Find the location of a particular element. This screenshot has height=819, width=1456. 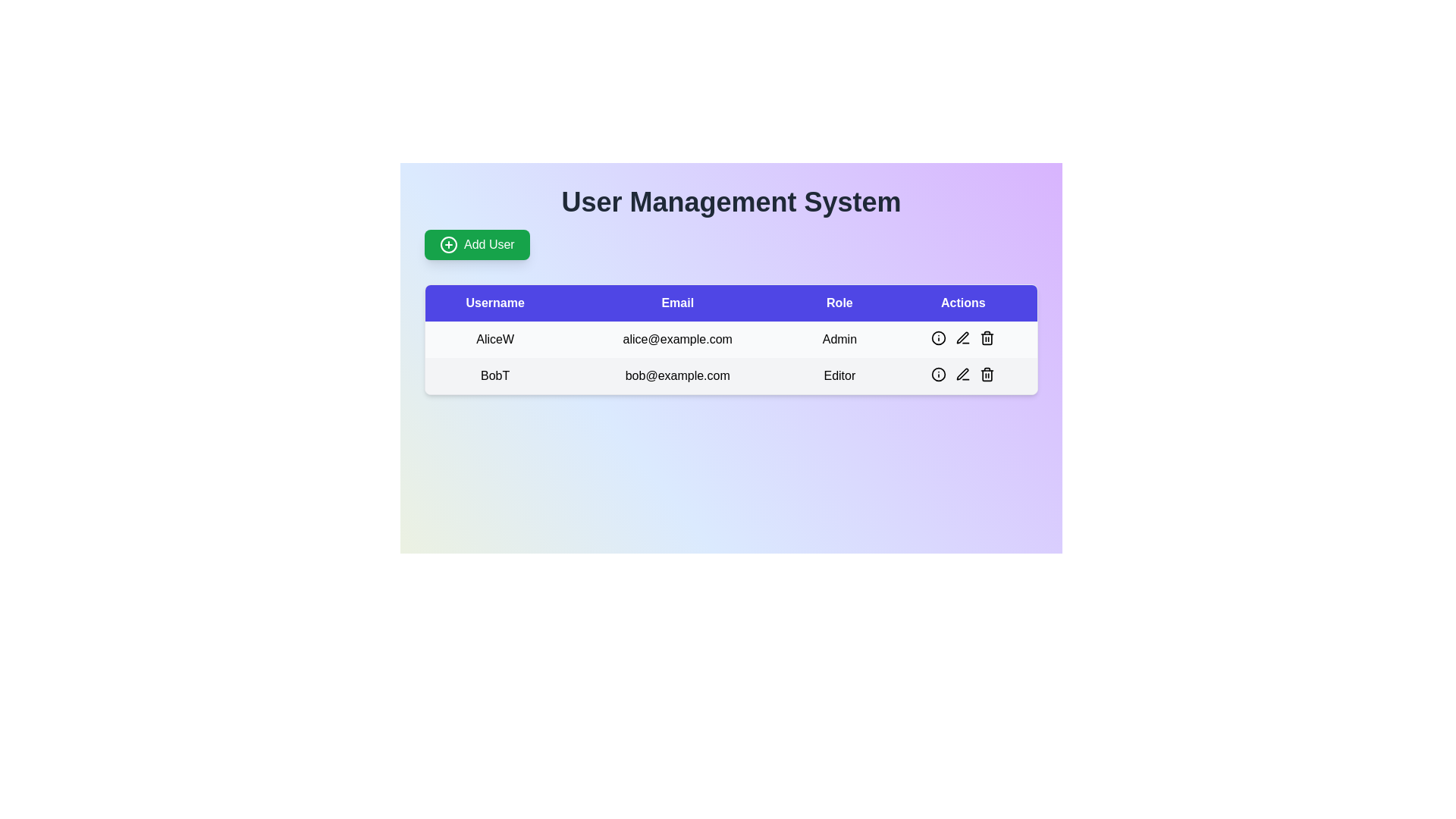

the text display field showing the email address 'alice@example.com', which is located in the 'Email' column under the 'Username' row labeled 'AliceW' is located at coordinates (676, 338).